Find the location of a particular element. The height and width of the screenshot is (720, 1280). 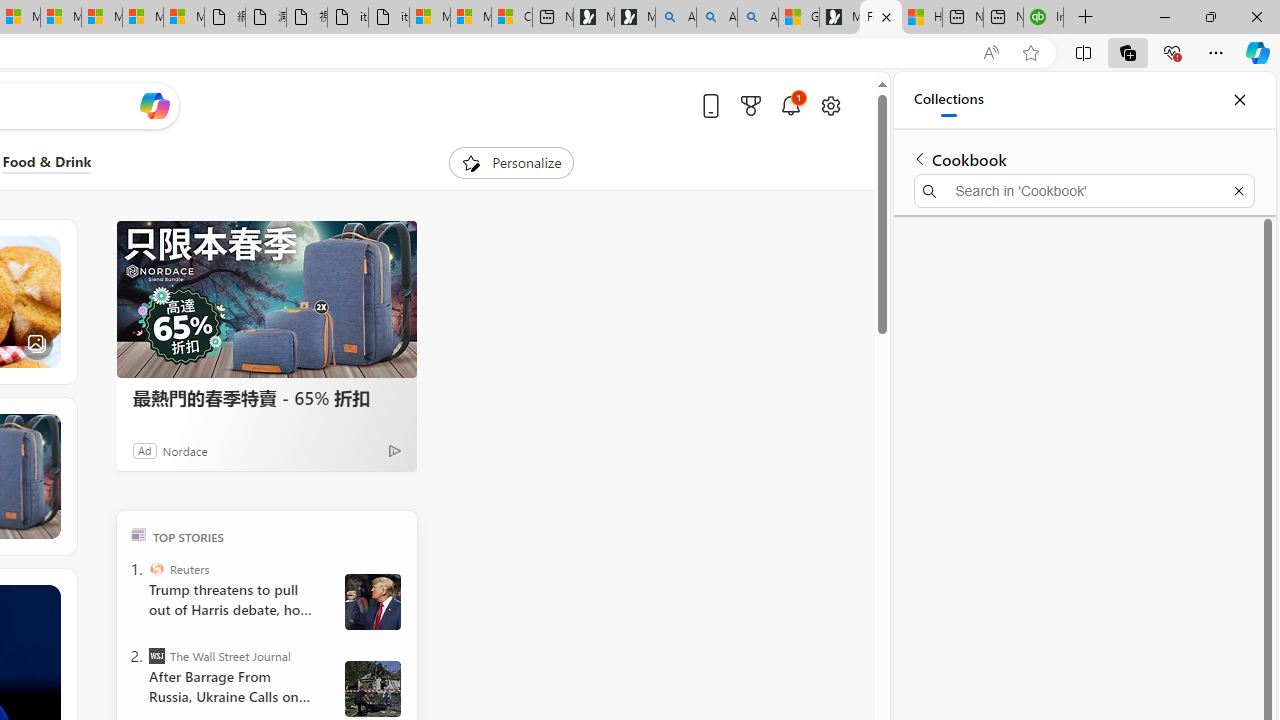

'Reuters' is located at coordinates (155, 568).